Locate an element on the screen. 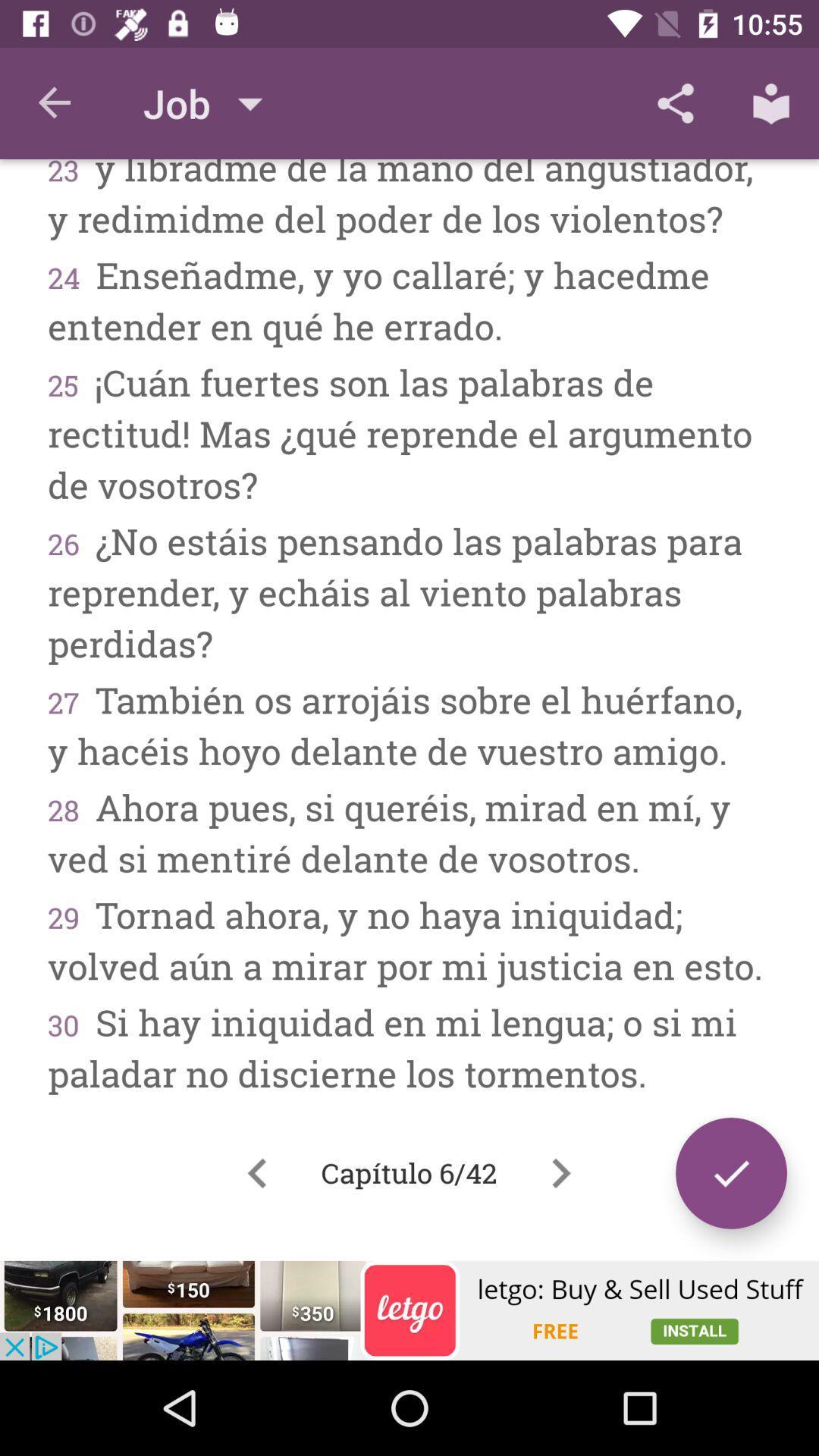 Image resolution: width=819 pixels, height=1456 pixels. icon below 30 si hay item is located at coordinates (730, 1172).